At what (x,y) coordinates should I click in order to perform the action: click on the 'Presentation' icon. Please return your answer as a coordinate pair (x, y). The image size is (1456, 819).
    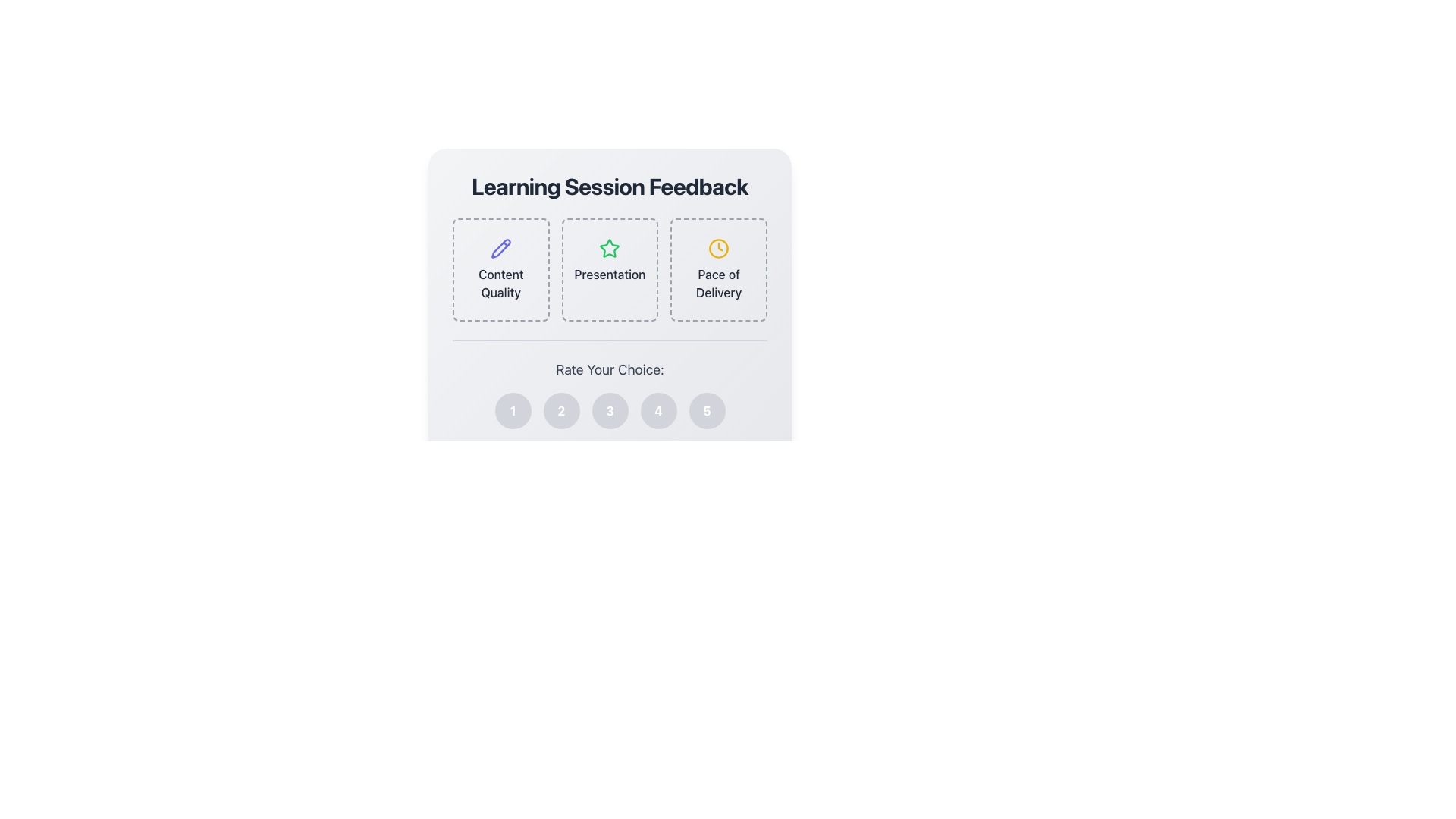
    Looking at the image, I should click on (610, 247).